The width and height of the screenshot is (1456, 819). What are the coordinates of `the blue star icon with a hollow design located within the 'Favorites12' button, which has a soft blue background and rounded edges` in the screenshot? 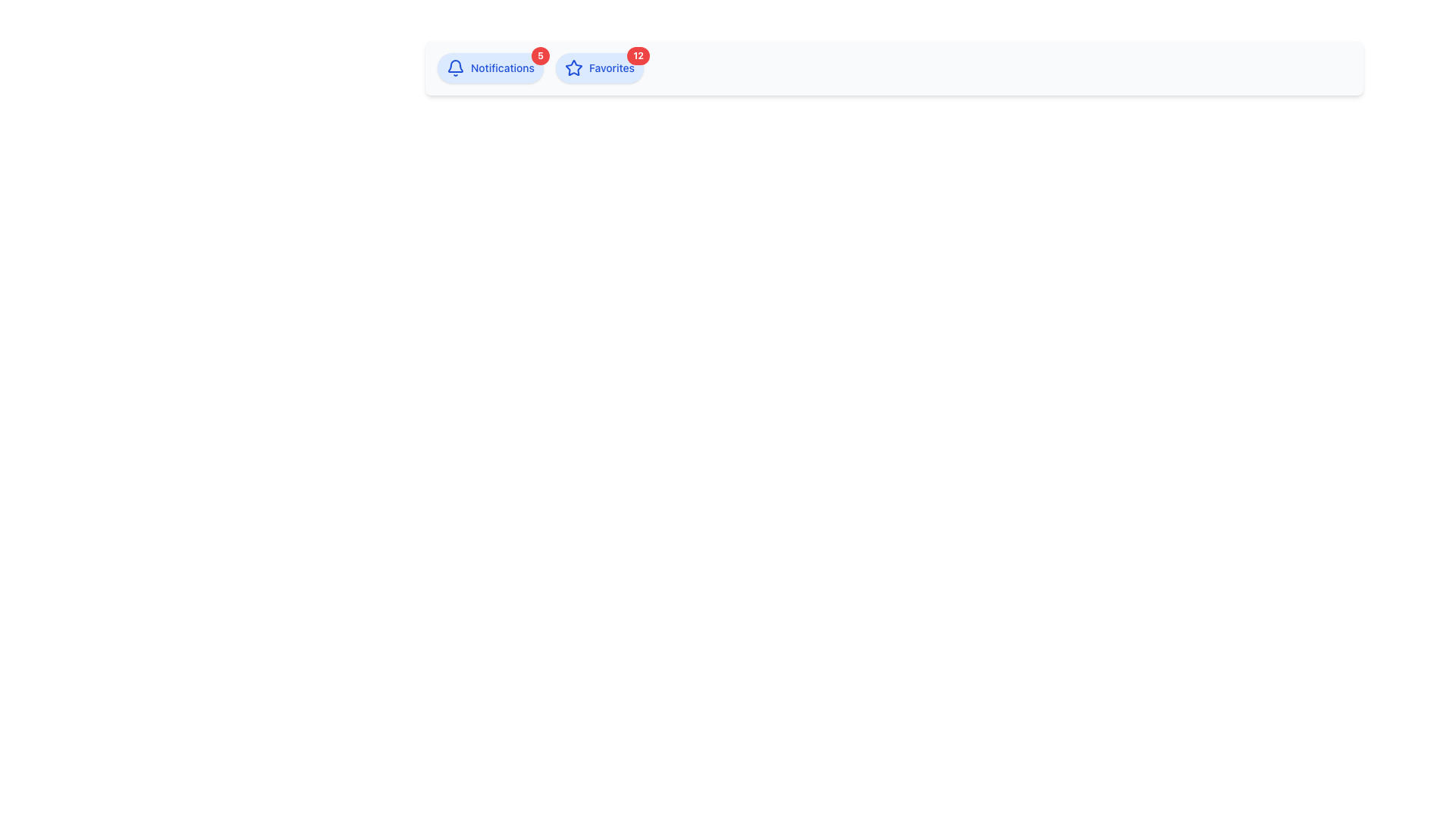 It's located at (573, 67).